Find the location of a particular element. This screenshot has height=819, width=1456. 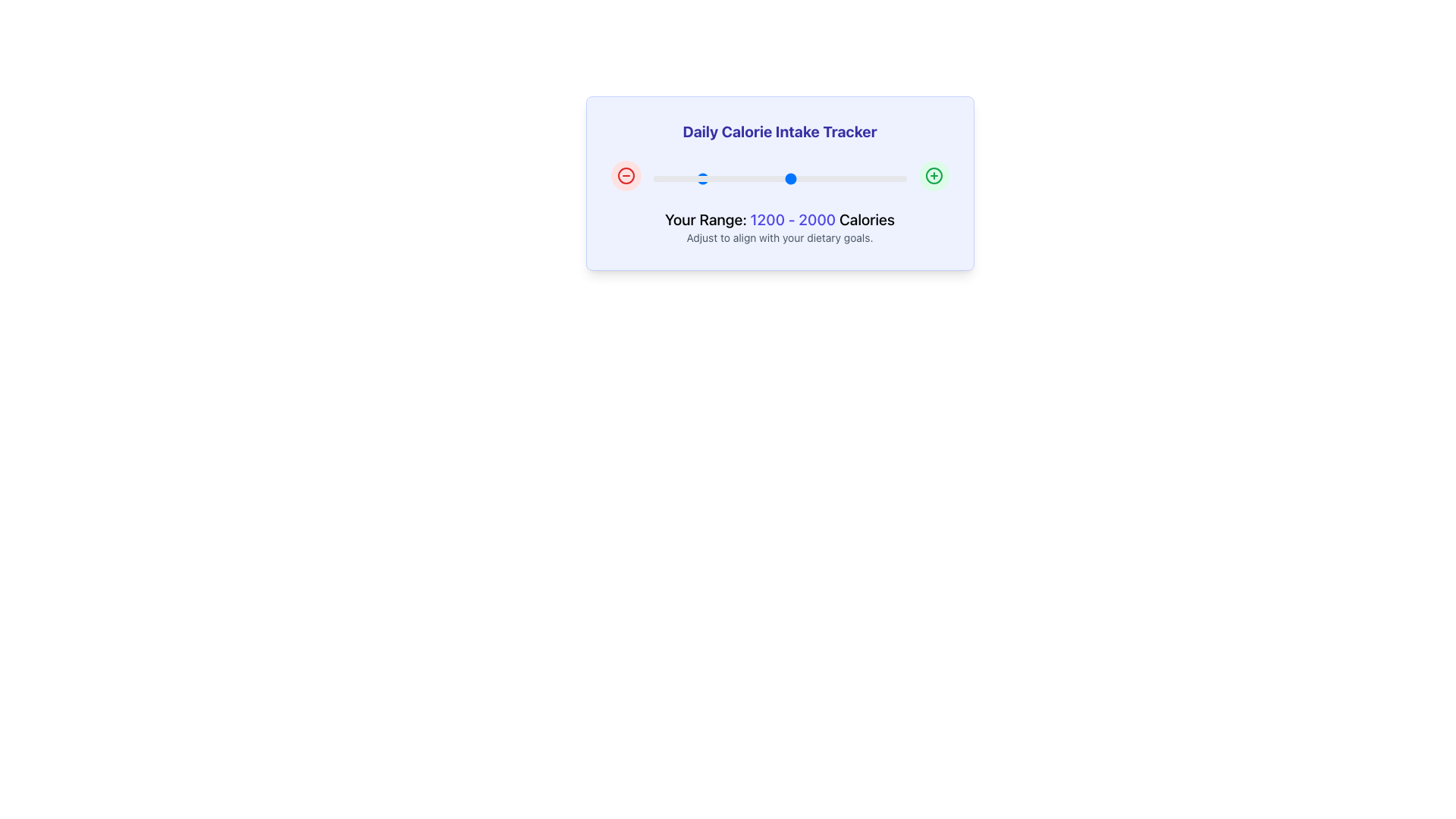

the calorie value is located at coordinates (695, 177).